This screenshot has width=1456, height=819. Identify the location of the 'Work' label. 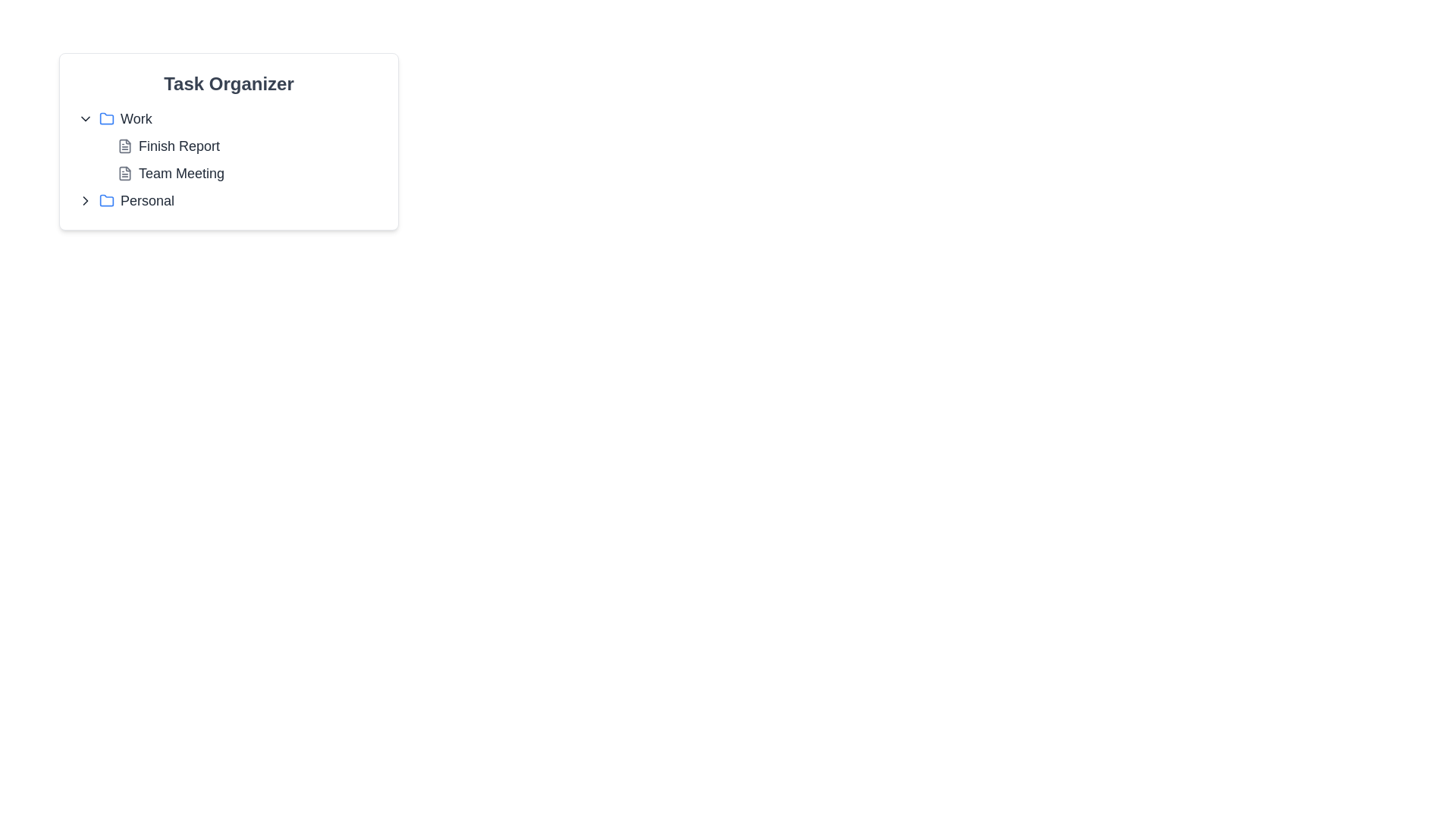
(136, 118).